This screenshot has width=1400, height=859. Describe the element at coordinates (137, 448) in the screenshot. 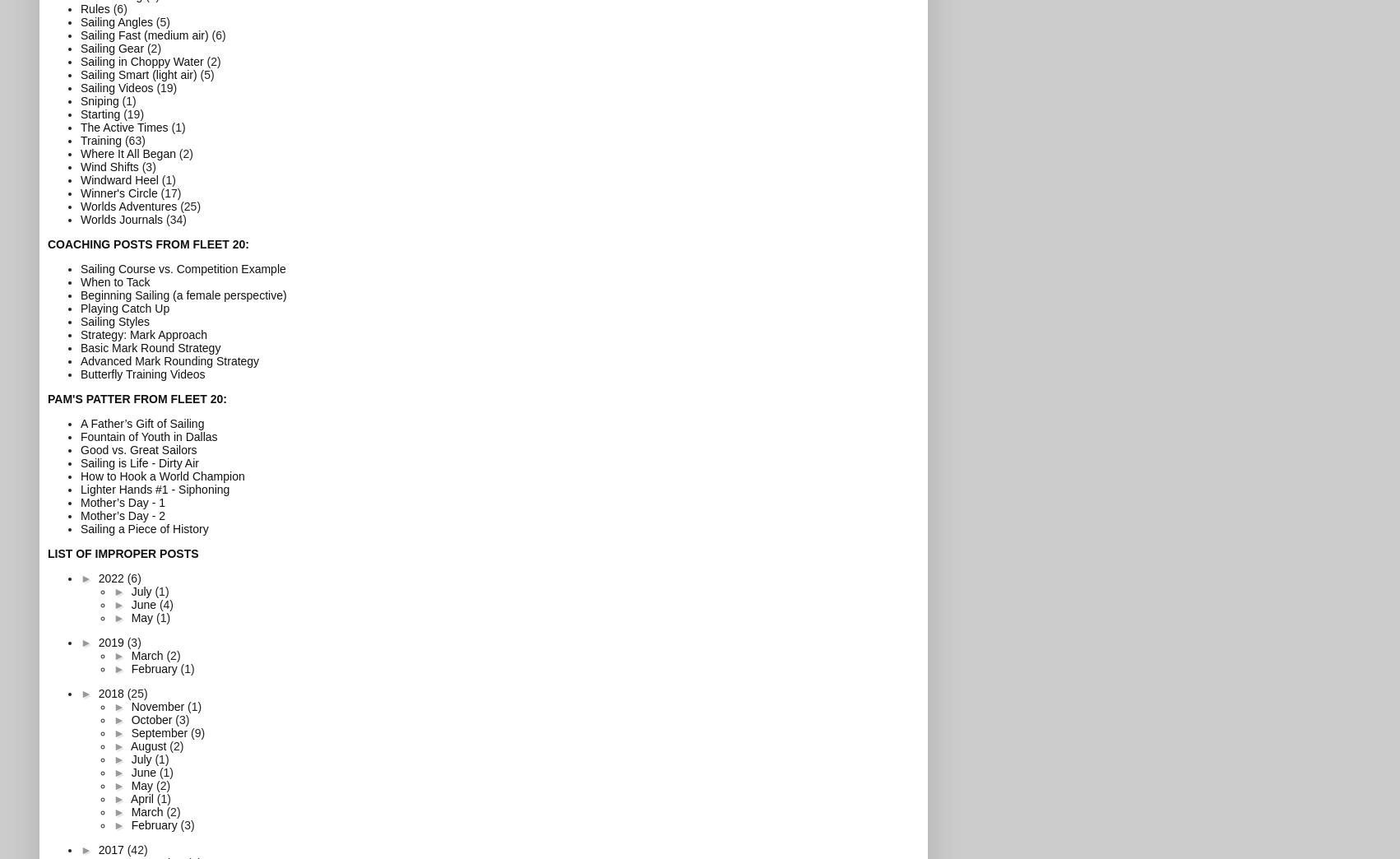

I see `'Good vs. Great Sailors'` at that location.